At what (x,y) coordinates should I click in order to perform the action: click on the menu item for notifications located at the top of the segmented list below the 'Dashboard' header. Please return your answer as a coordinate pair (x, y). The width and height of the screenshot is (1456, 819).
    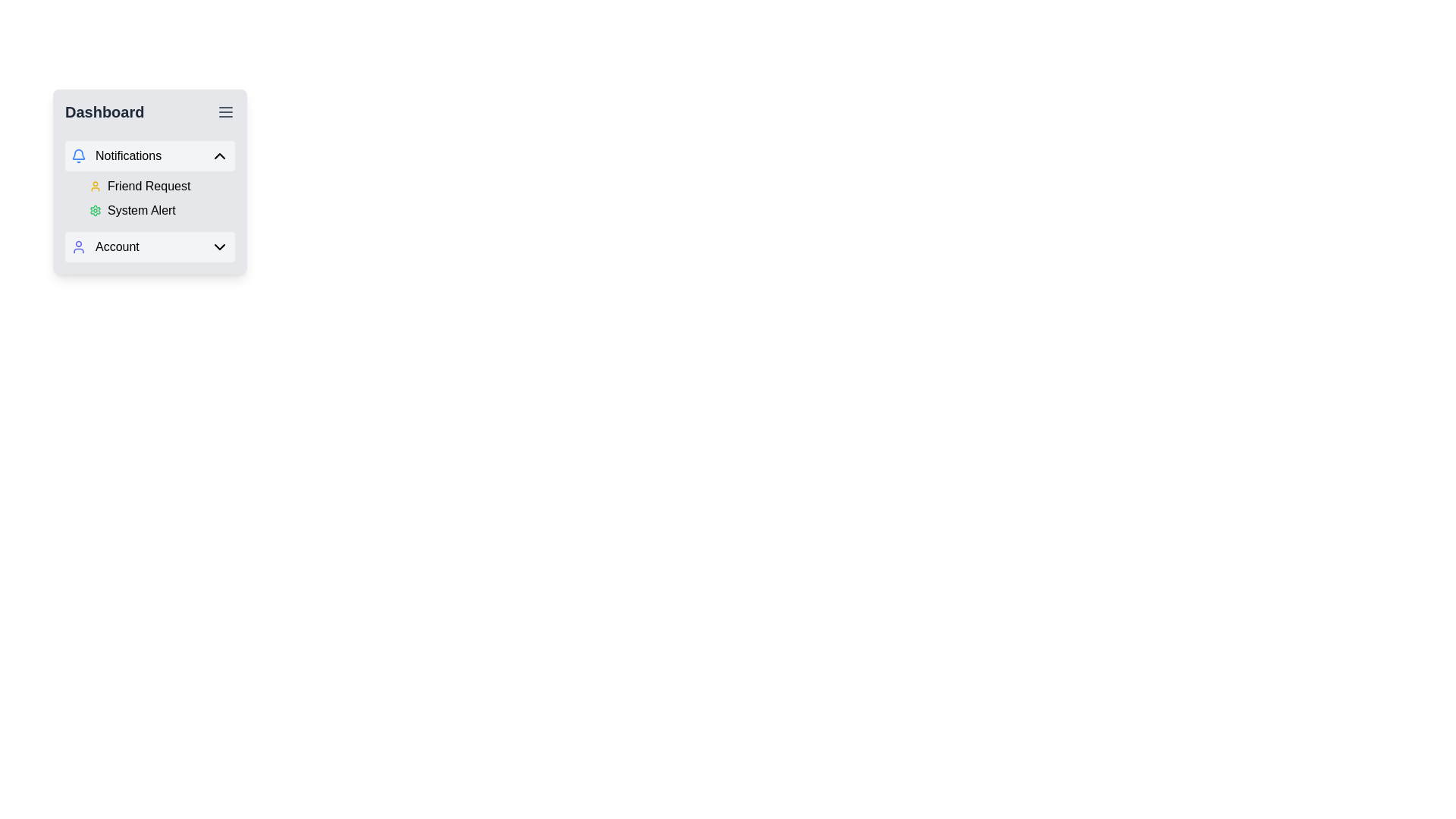
    Looking at the image, I should click on (115, 155).